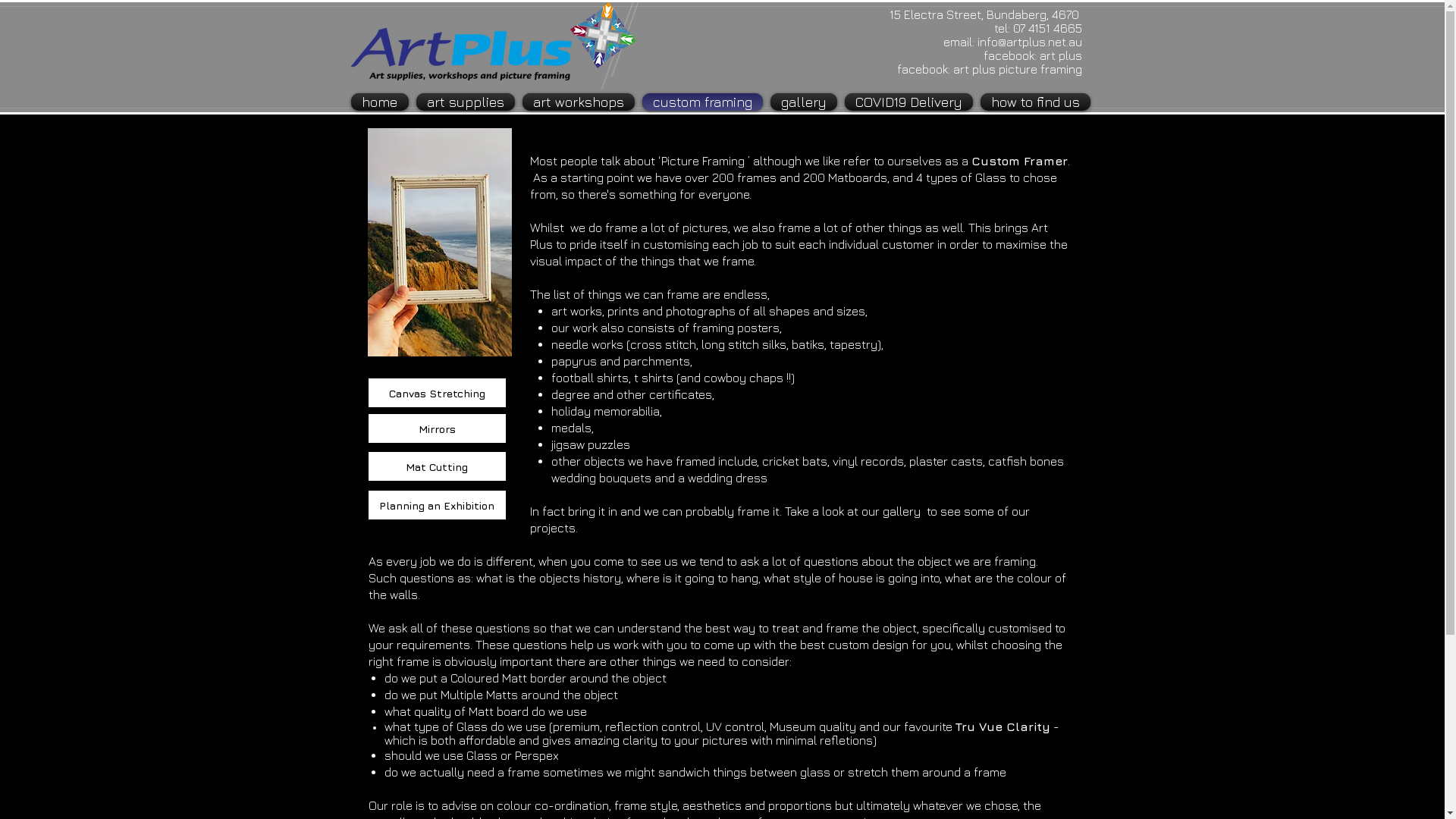 This screenshot has width=1456, height=819. Describe the element at coordinates (435, 391) in the screenshot. I see `'Canvas Stretching'` at that location.